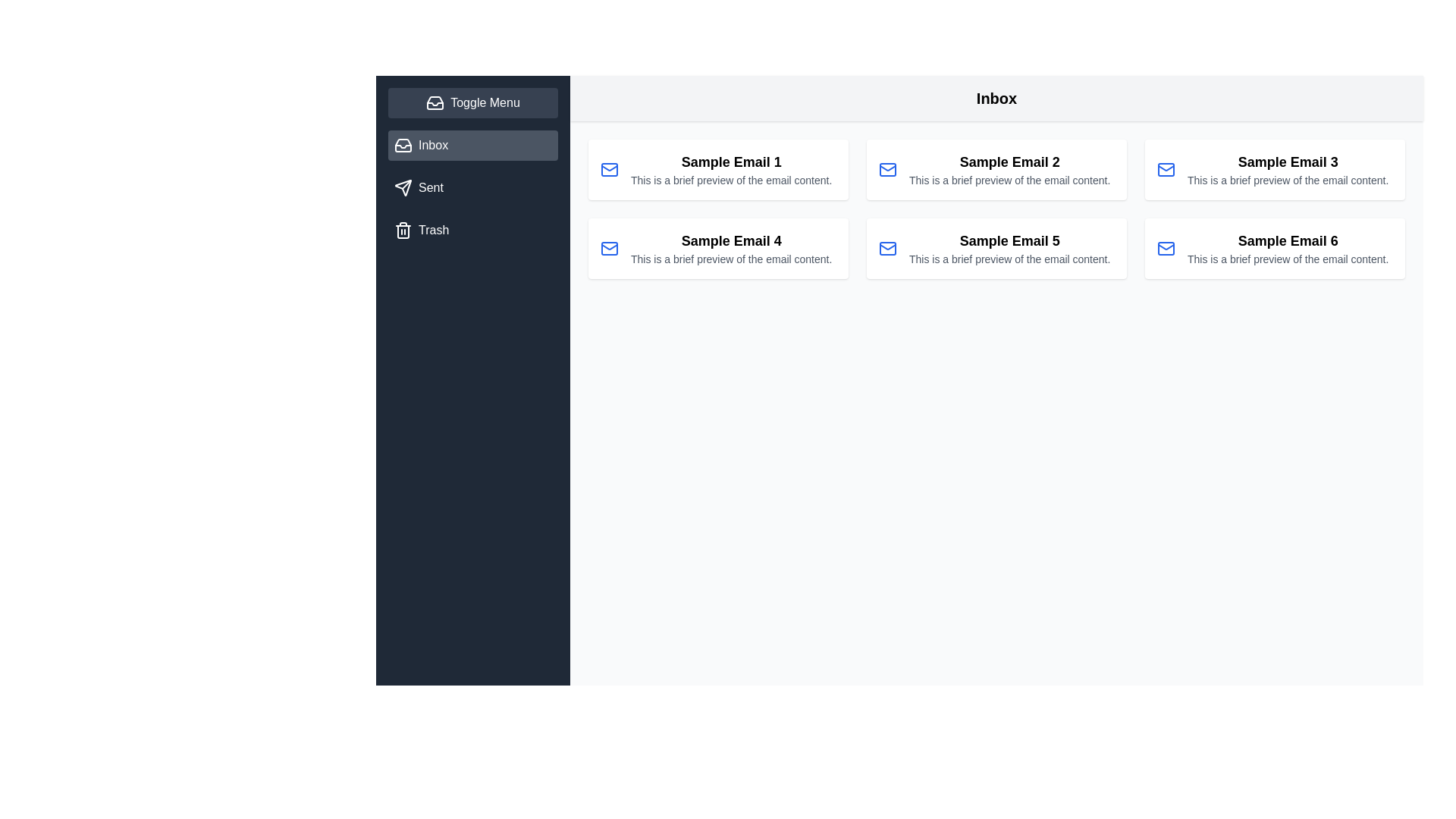 The width and height of the screenshot is (1456, 819). I want to click on the rectangular SVG component that forms the main body of the envelope in the email list grid associated with 'Sample Email 6', so click(1165, 247).